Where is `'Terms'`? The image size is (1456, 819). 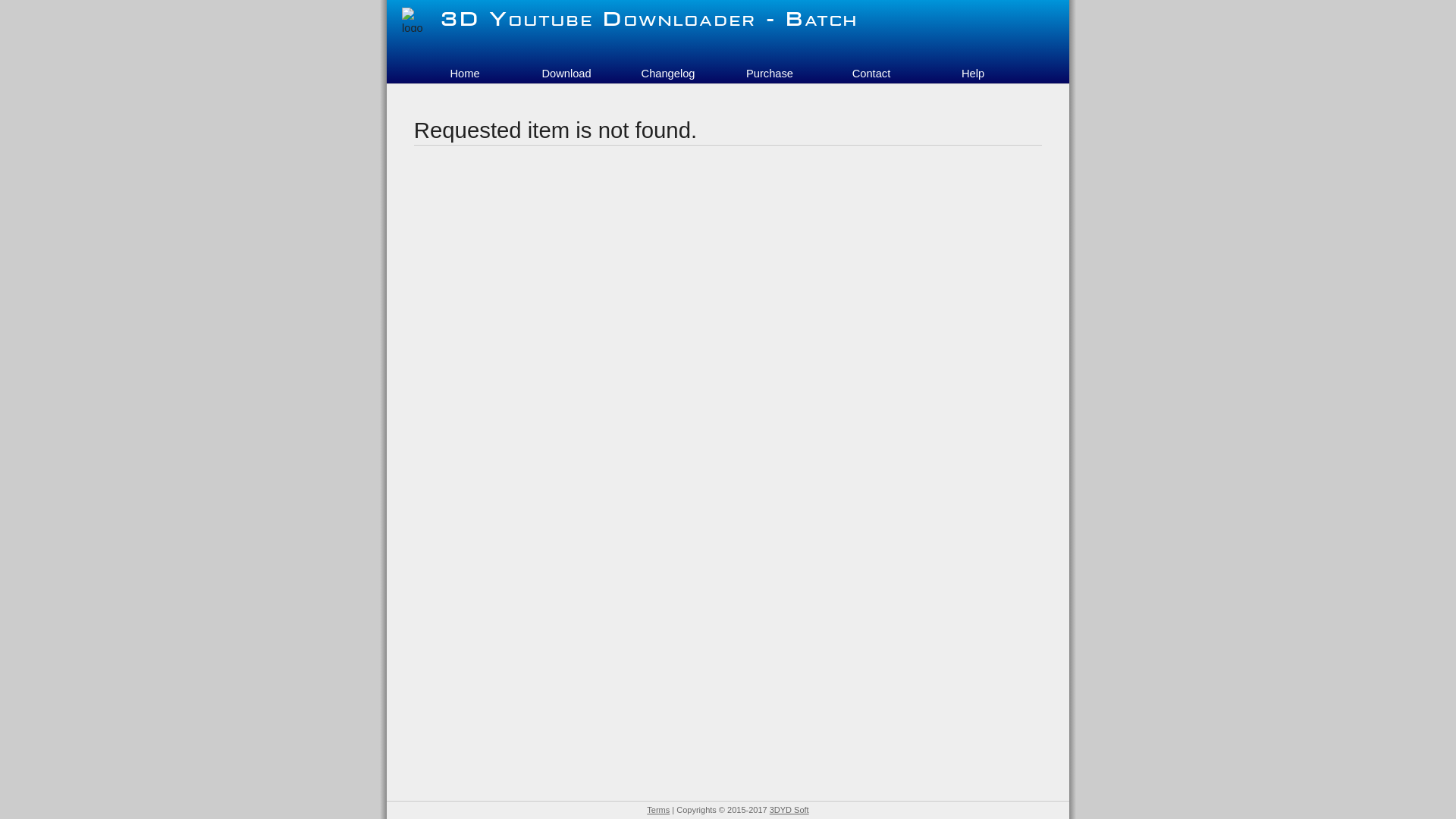 'Terms' is located at coordinates (658, 809).